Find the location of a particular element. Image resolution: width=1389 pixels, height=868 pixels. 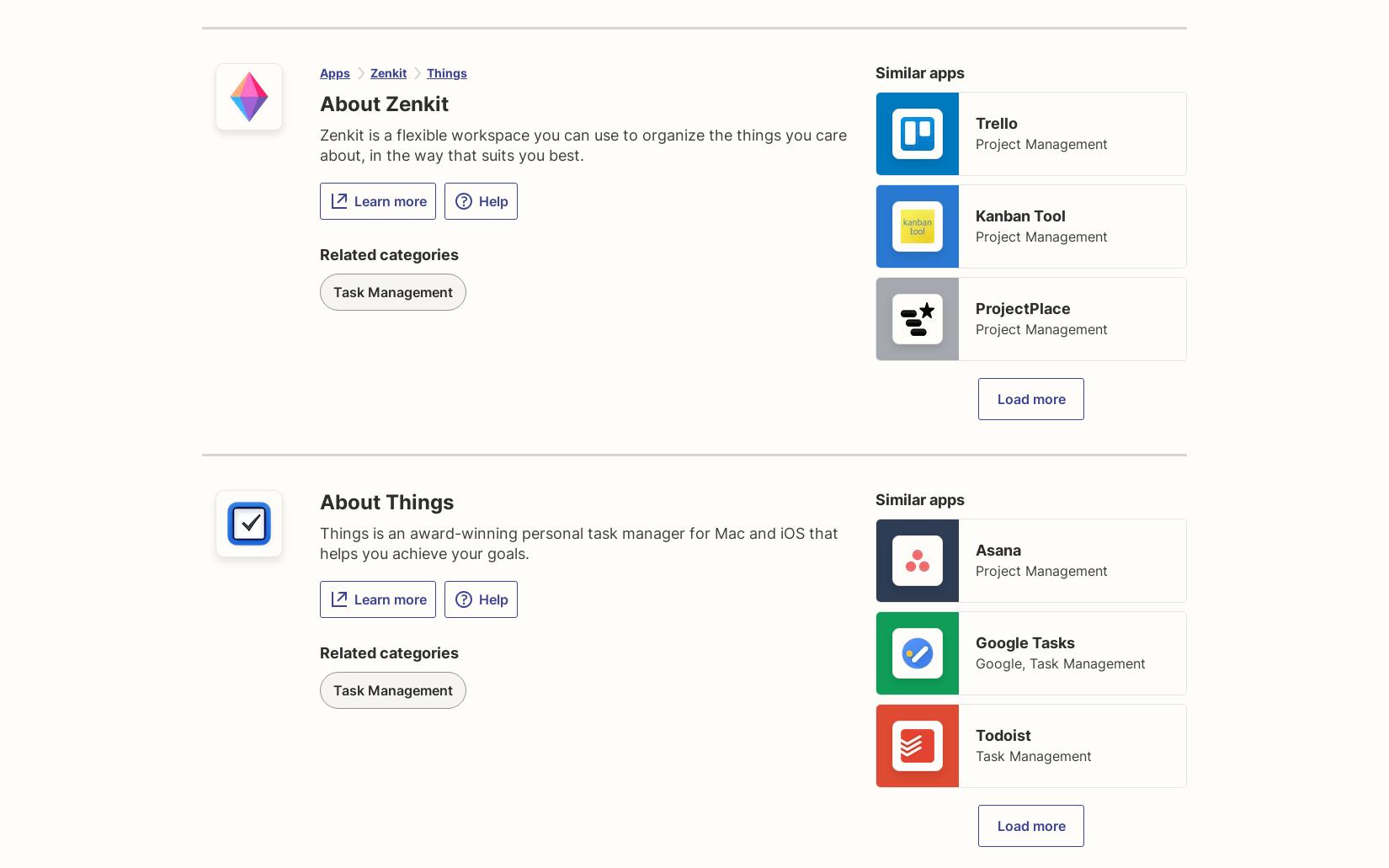

'About Zenkit' is located at coordinates (383, 103).